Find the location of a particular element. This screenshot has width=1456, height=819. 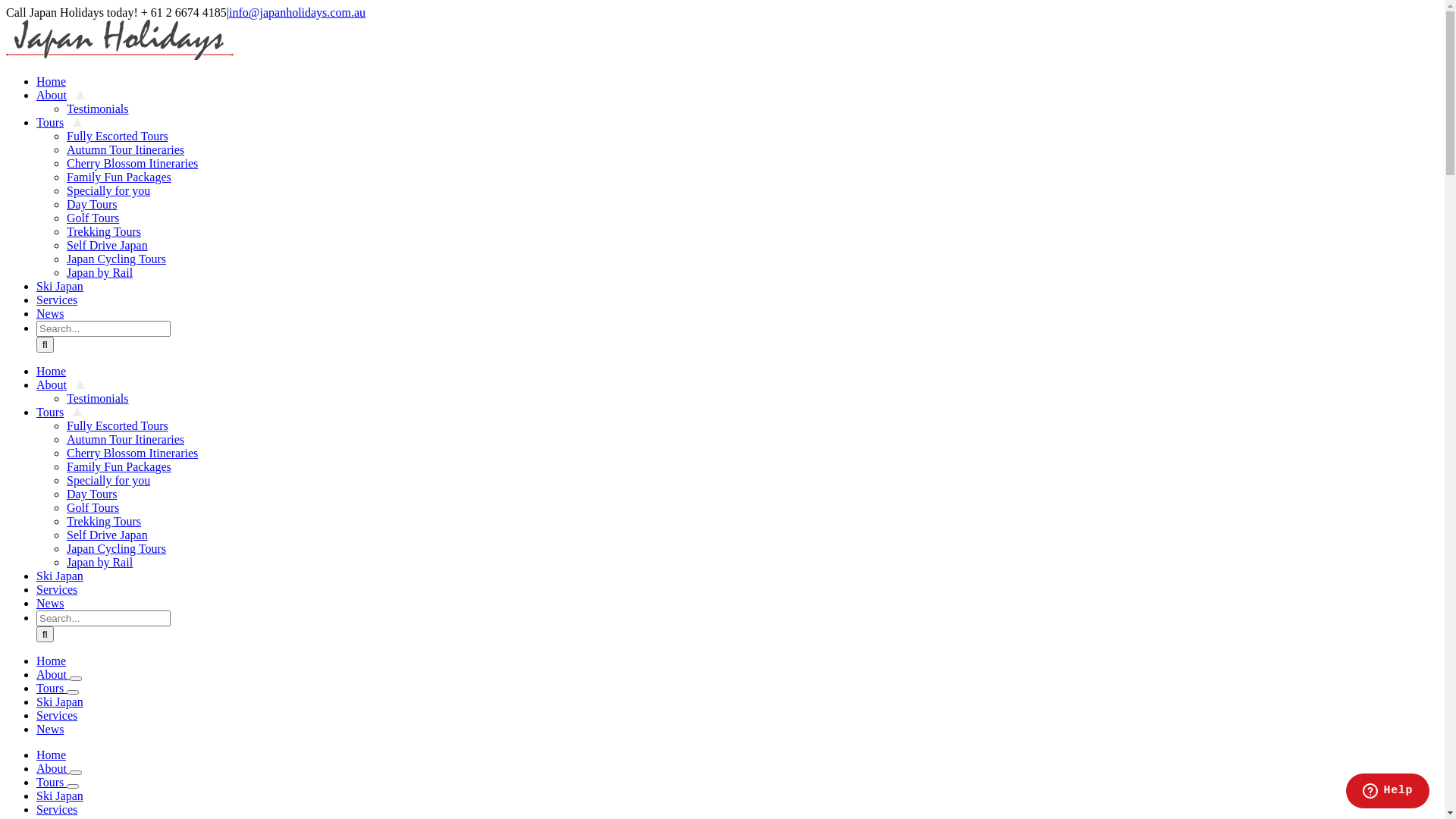

'Services' is located at coordinates (57, 808).